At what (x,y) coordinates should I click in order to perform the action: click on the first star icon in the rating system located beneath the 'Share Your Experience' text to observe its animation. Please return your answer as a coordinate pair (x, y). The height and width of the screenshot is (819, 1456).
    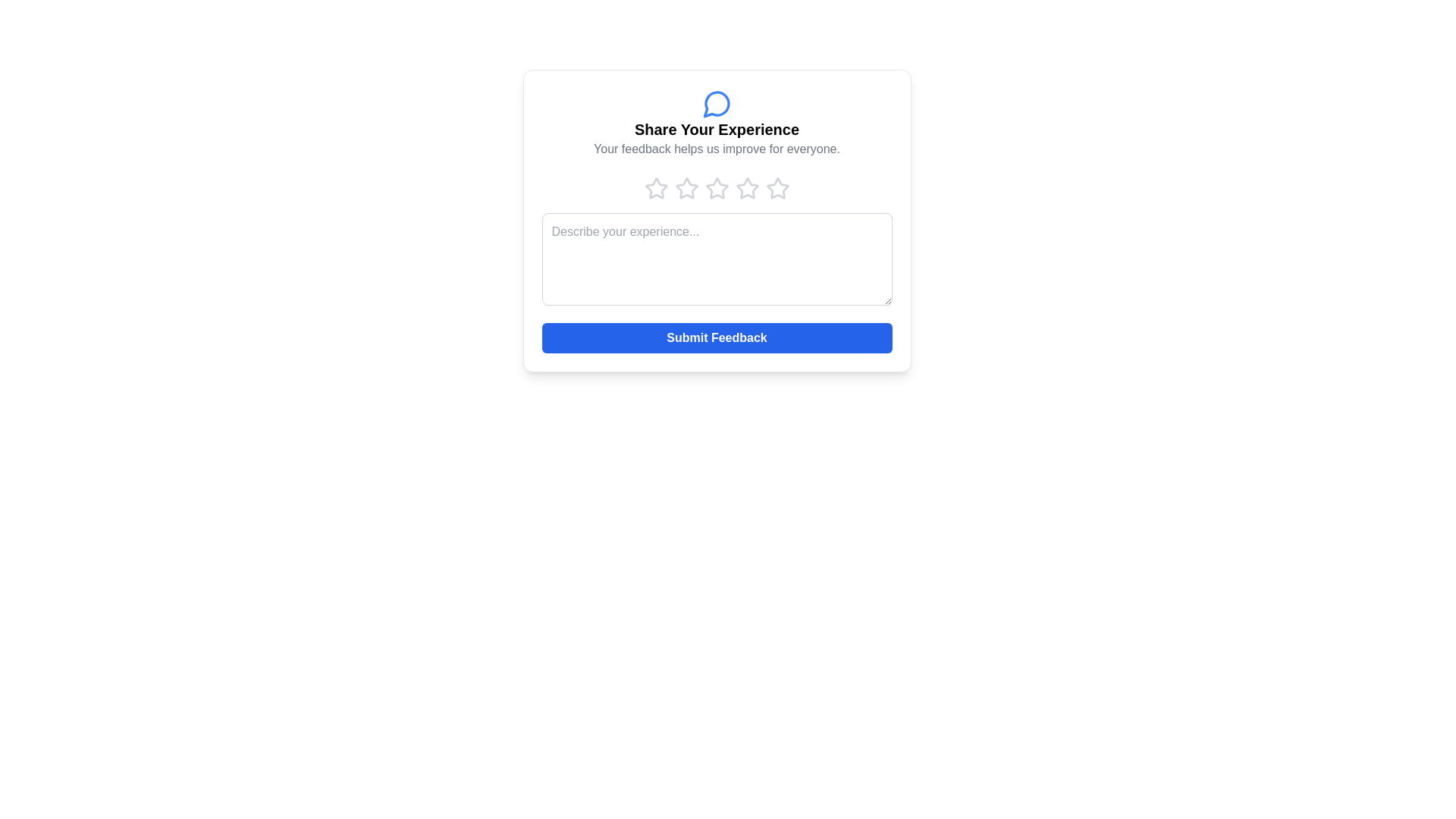
    Looking at the image, I should click on (656, 188).